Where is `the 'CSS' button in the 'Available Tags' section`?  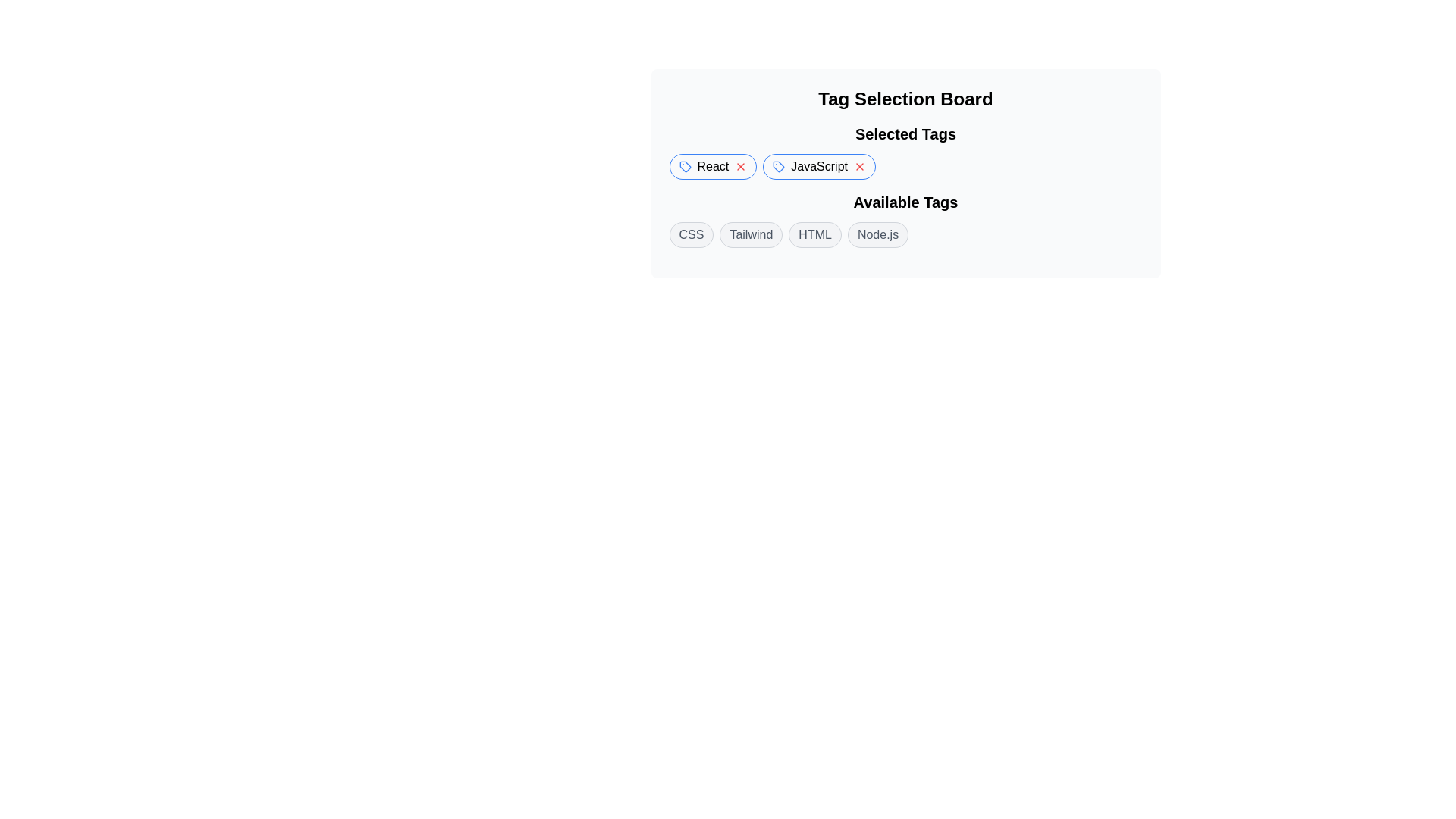 the 'CSS' button in the 'Available Tags' section is located at coordinates (691, 234).